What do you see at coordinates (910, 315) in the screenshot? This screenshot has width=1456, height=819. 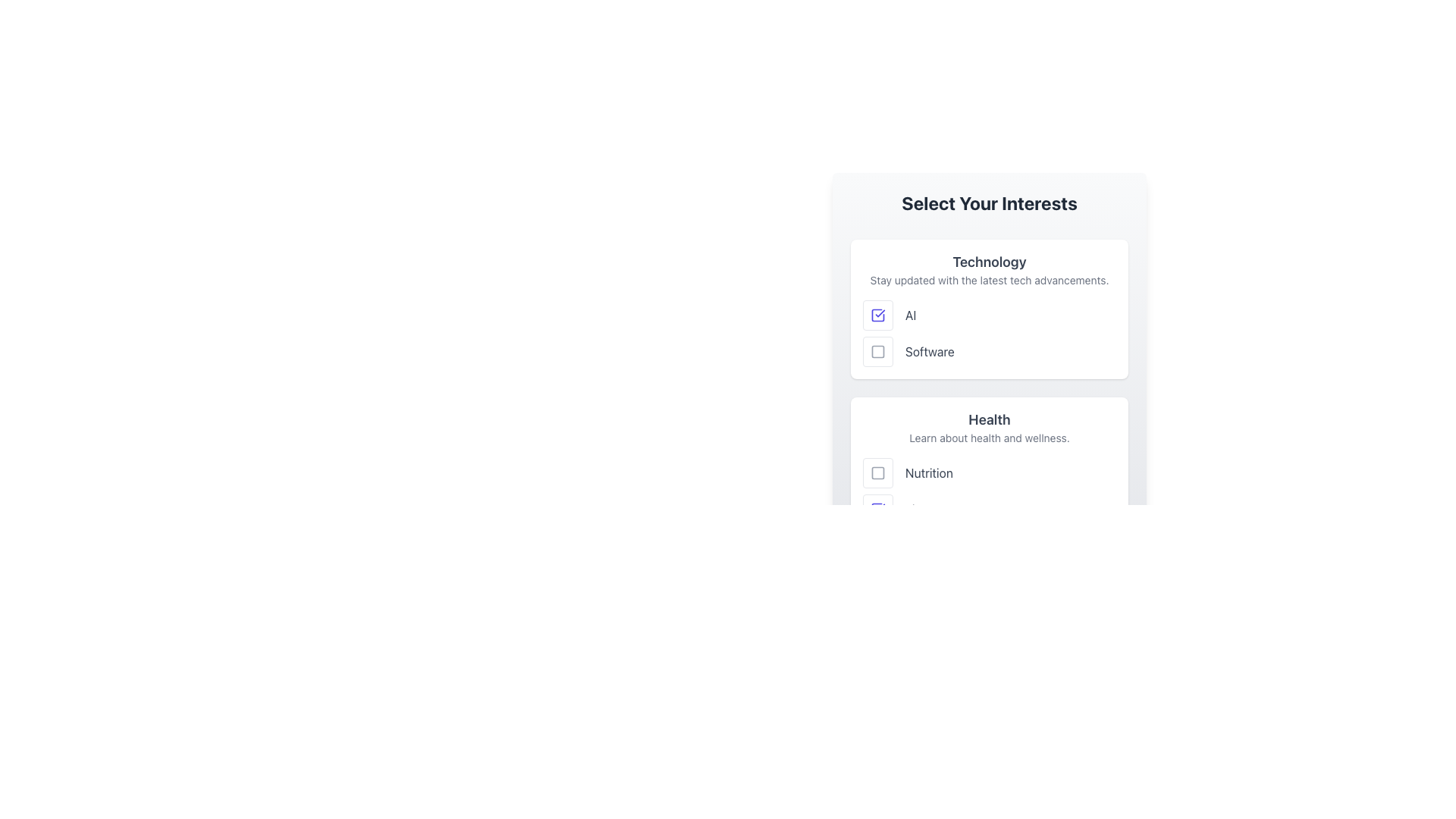 I see `the Plain text label that indicates the functionality of the checkbox in the 'Technology' subsection under 'Select Your Interests'` at bounding box center [910, 315].